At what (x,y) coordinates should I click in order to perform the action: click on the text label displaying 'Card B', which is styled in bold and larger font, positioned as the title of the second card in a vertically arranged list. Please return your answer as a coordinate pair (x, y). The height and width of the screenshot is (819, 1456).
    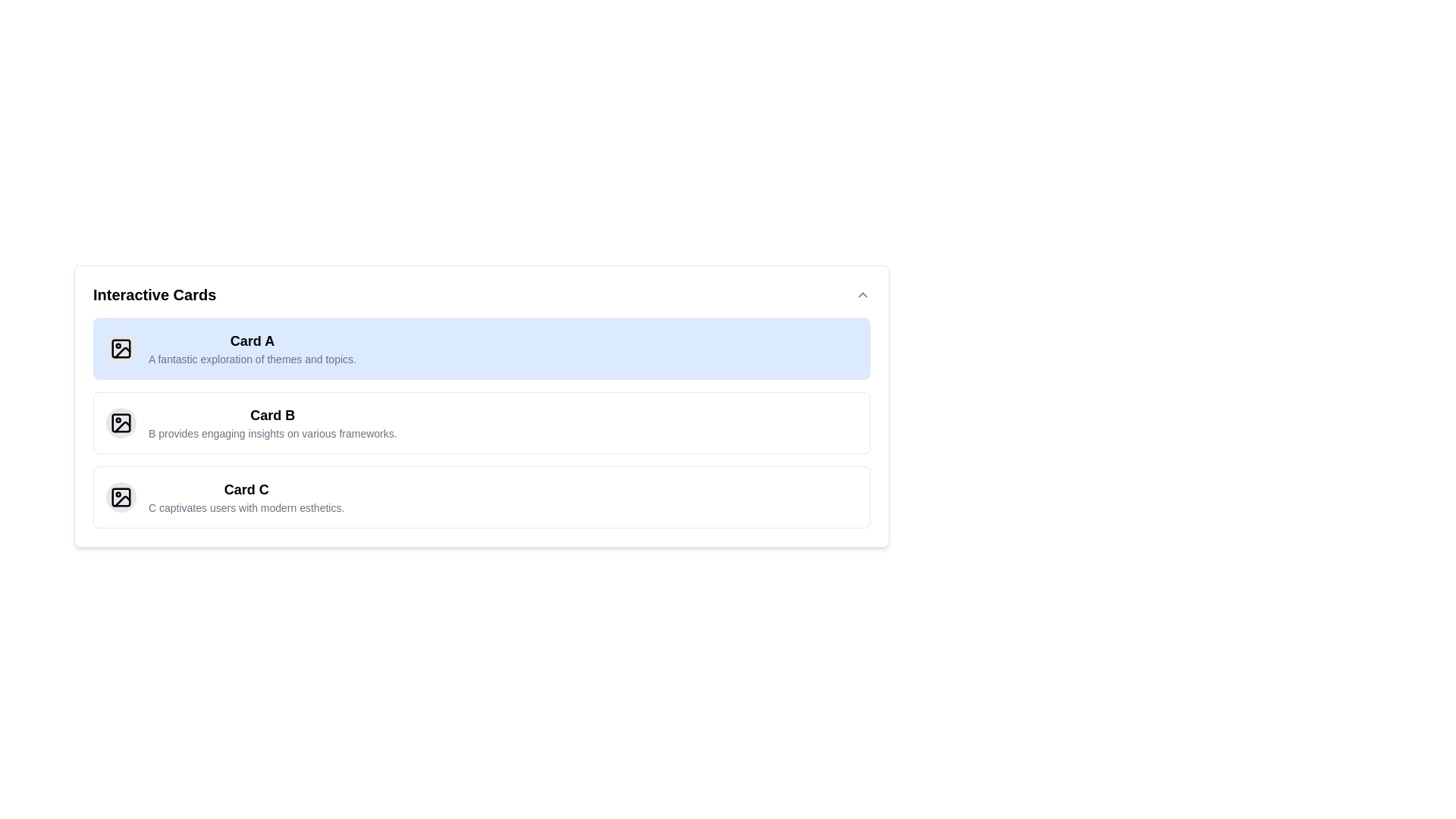
    Looking at the image, I should click on (272, 415).